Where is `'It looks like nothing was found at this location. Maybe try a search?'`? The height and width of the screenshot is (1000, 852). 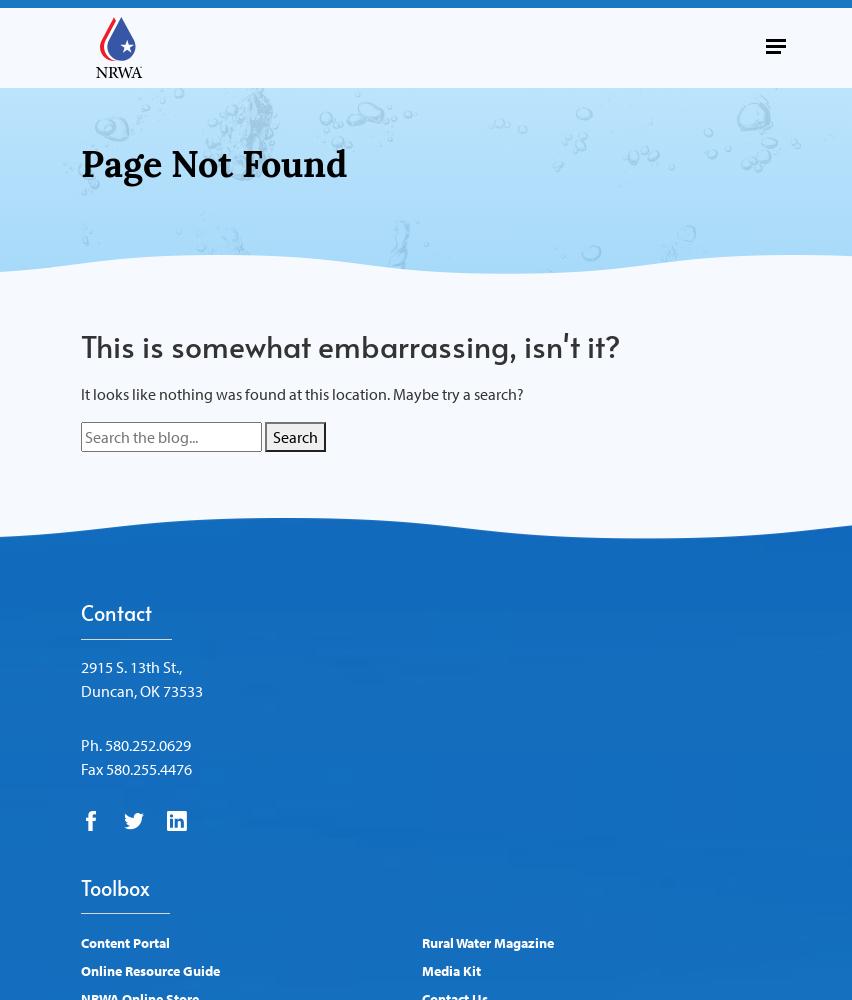 'It looks like nothing was found at this location. Maybe try a search?' is located at coordinates (301, 394).